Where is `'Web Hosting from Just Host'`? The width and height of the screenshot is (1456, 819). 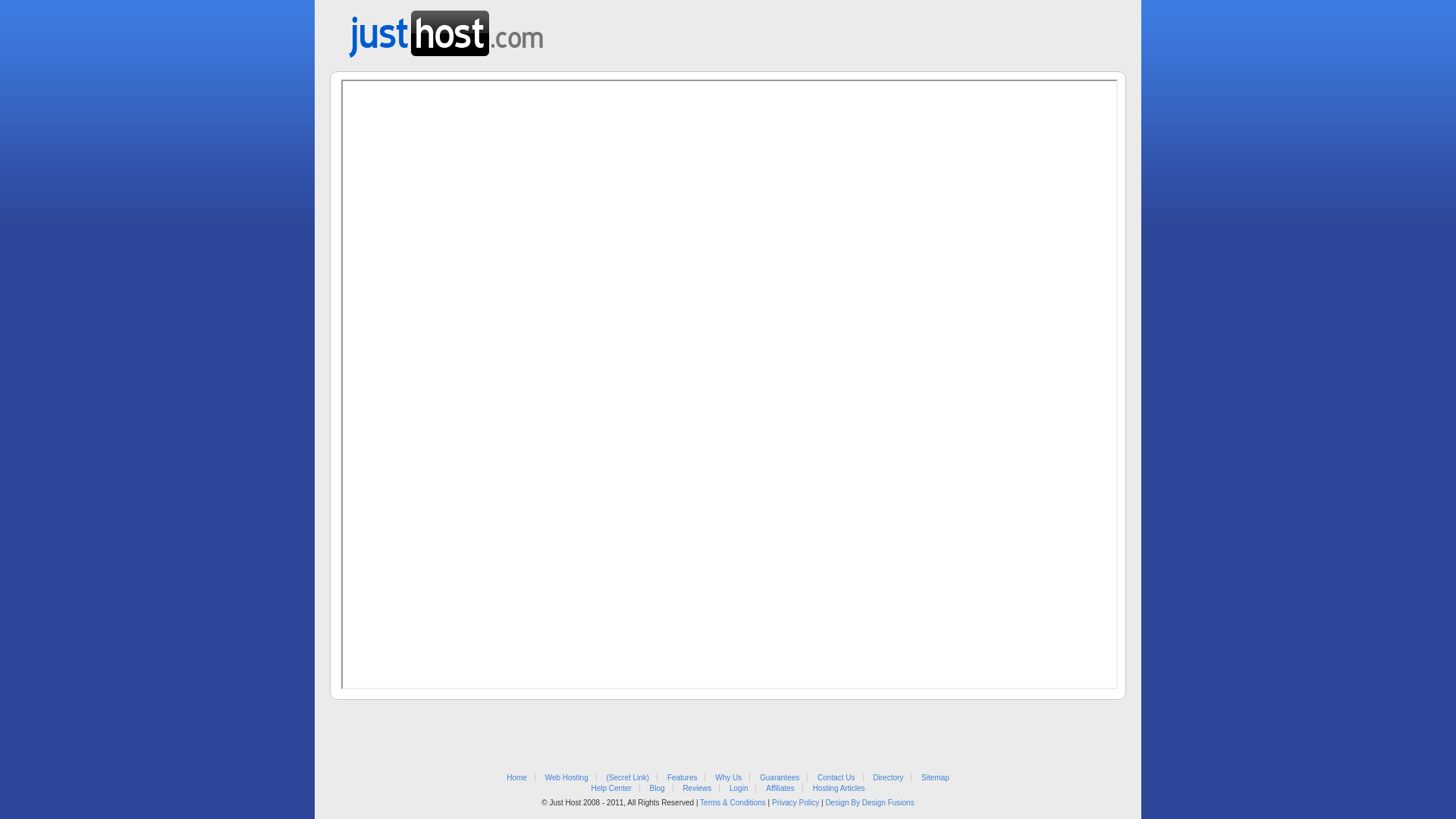 'Web Hosting from Just Host' is located at coordinates (348, 29).